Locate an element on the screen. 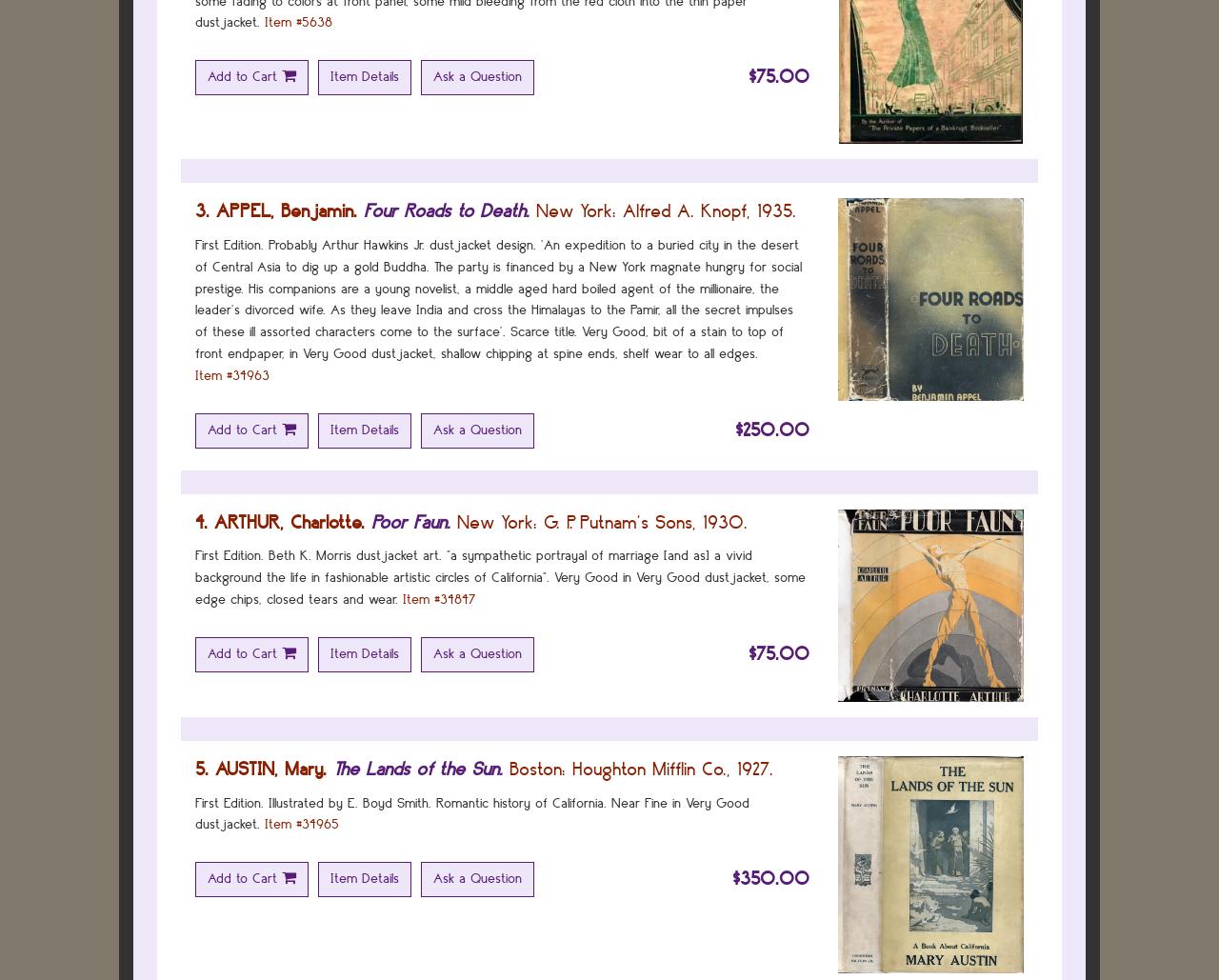 The image size is (1219, 980). 'AUSTIN, Mary.' is located at coordinates (215, 769).